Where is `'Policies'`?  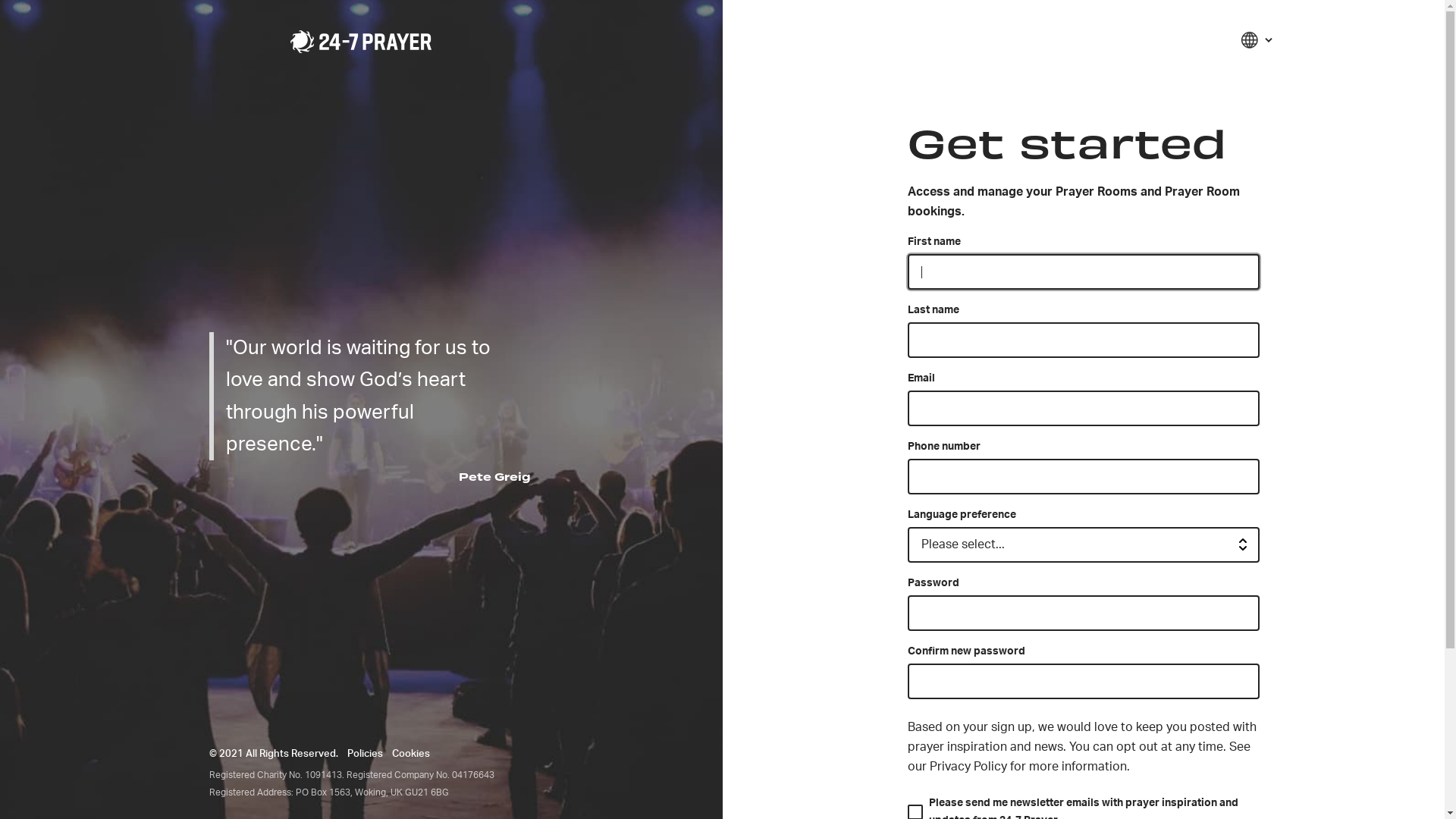
'Policies' is located at coordinates (365, 754).